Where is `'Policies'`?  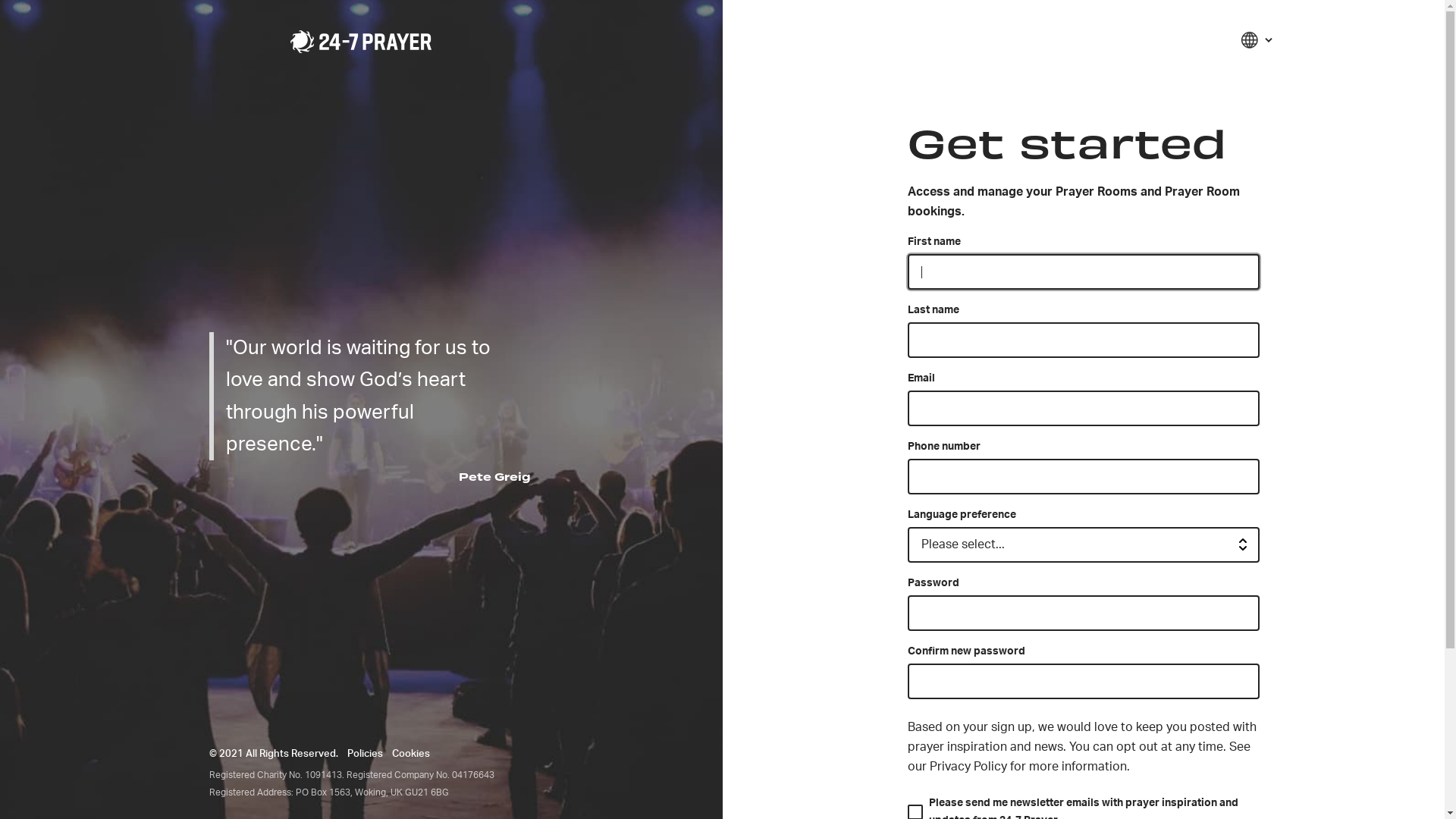
'Policies' is located at coordinates (365, 754).